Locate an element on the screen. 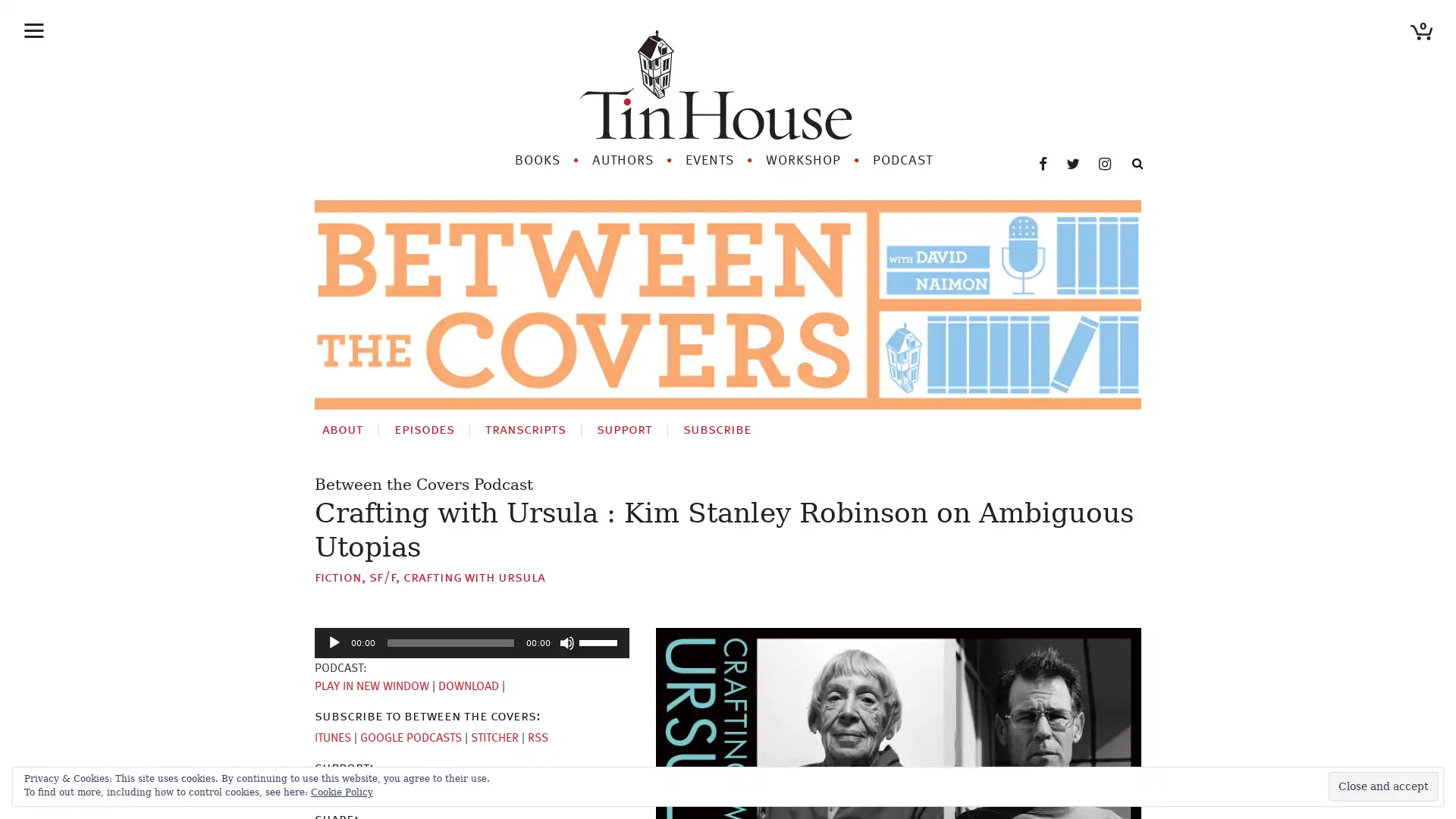 The height and width of the screenshot is (819, 1456). Mute is located at coordinates (566, 642).